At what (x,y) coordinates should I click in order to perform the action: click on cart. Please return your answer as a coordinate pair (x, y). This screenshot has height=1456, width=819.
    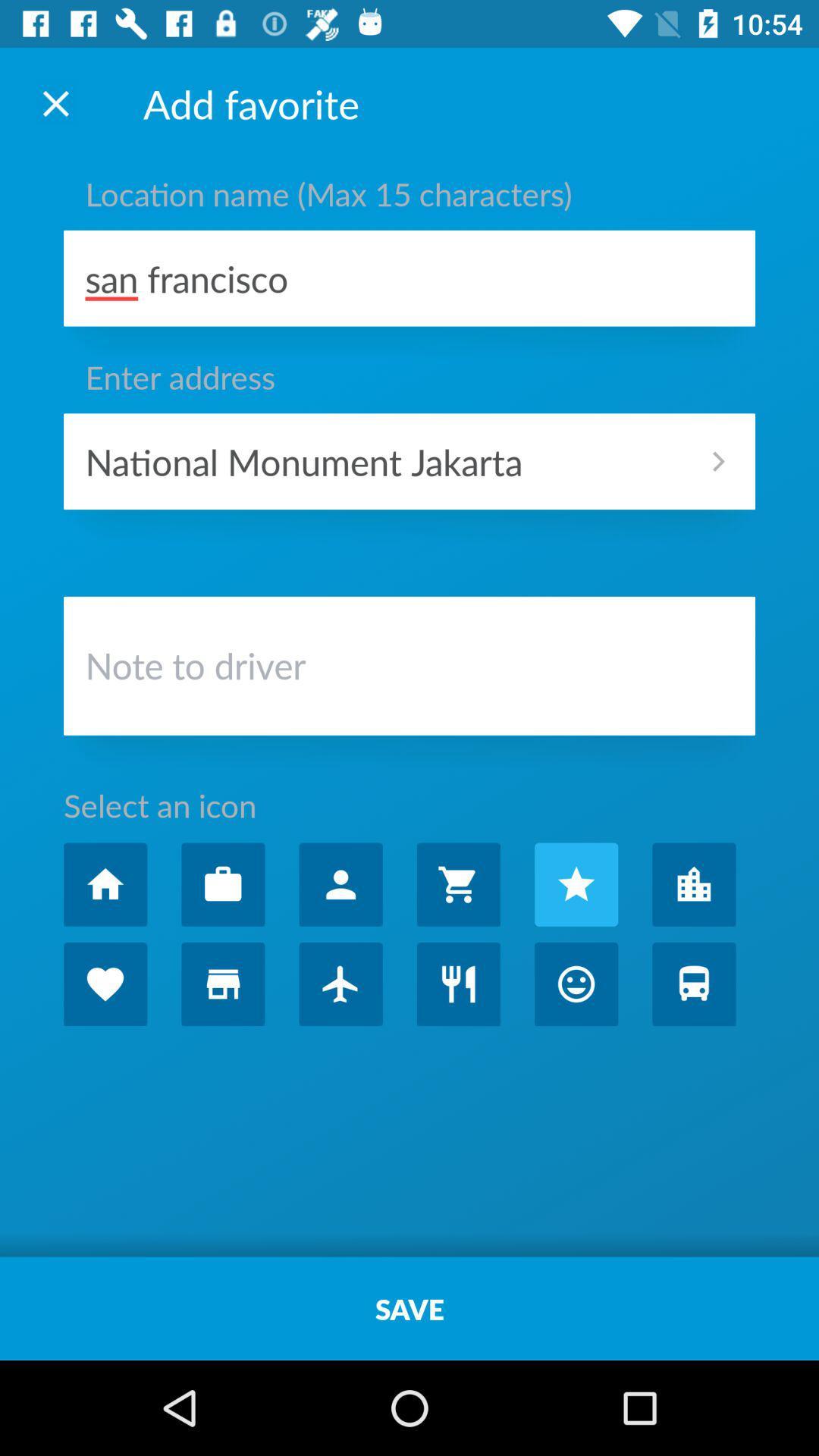
    Looking at the image, I should click on (457, 884).